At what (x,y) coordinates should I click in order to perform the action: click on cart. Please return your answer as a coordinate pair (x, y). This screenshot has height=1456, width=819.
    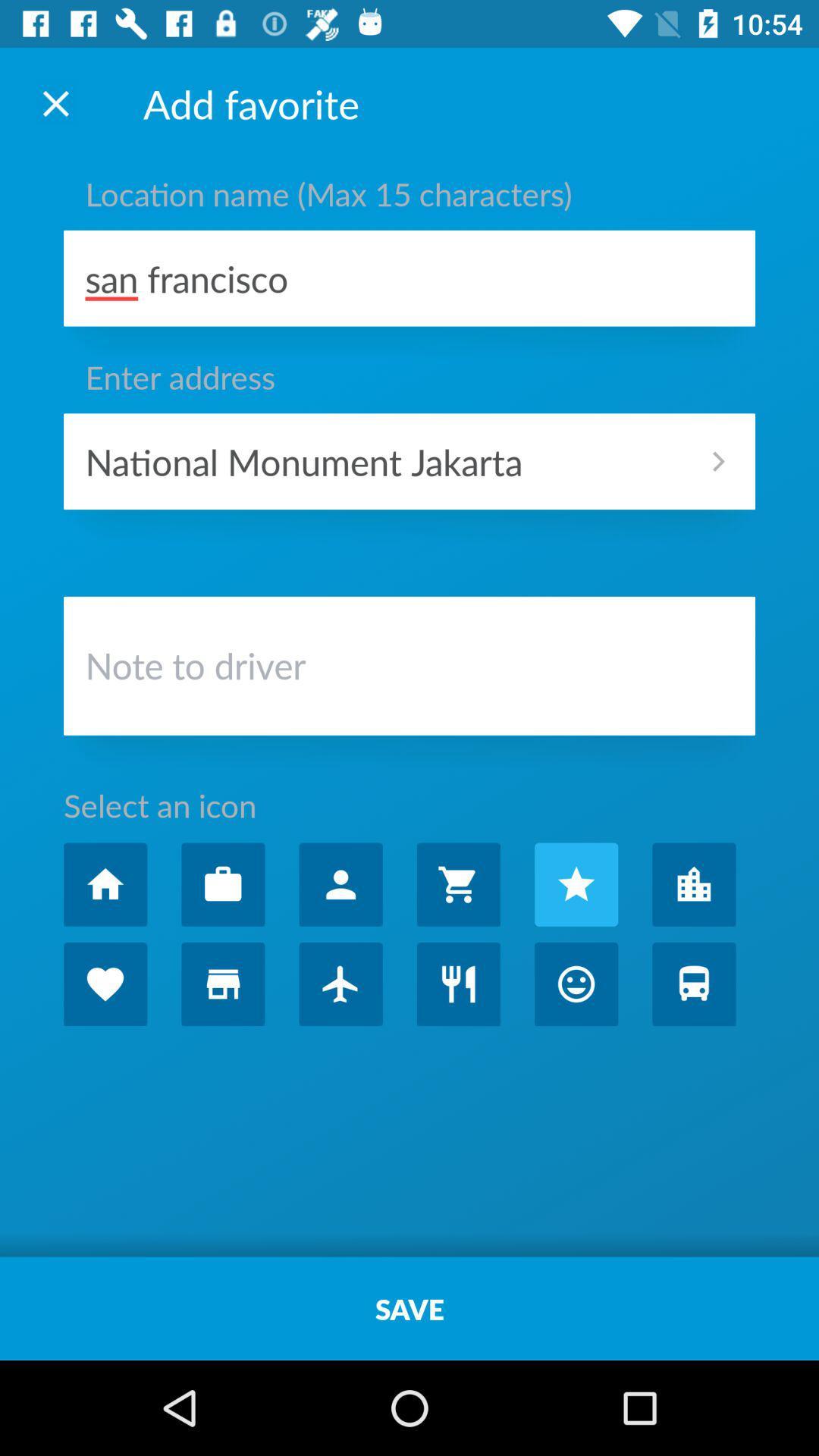
    Looking at the image, I should click on (457, 884).